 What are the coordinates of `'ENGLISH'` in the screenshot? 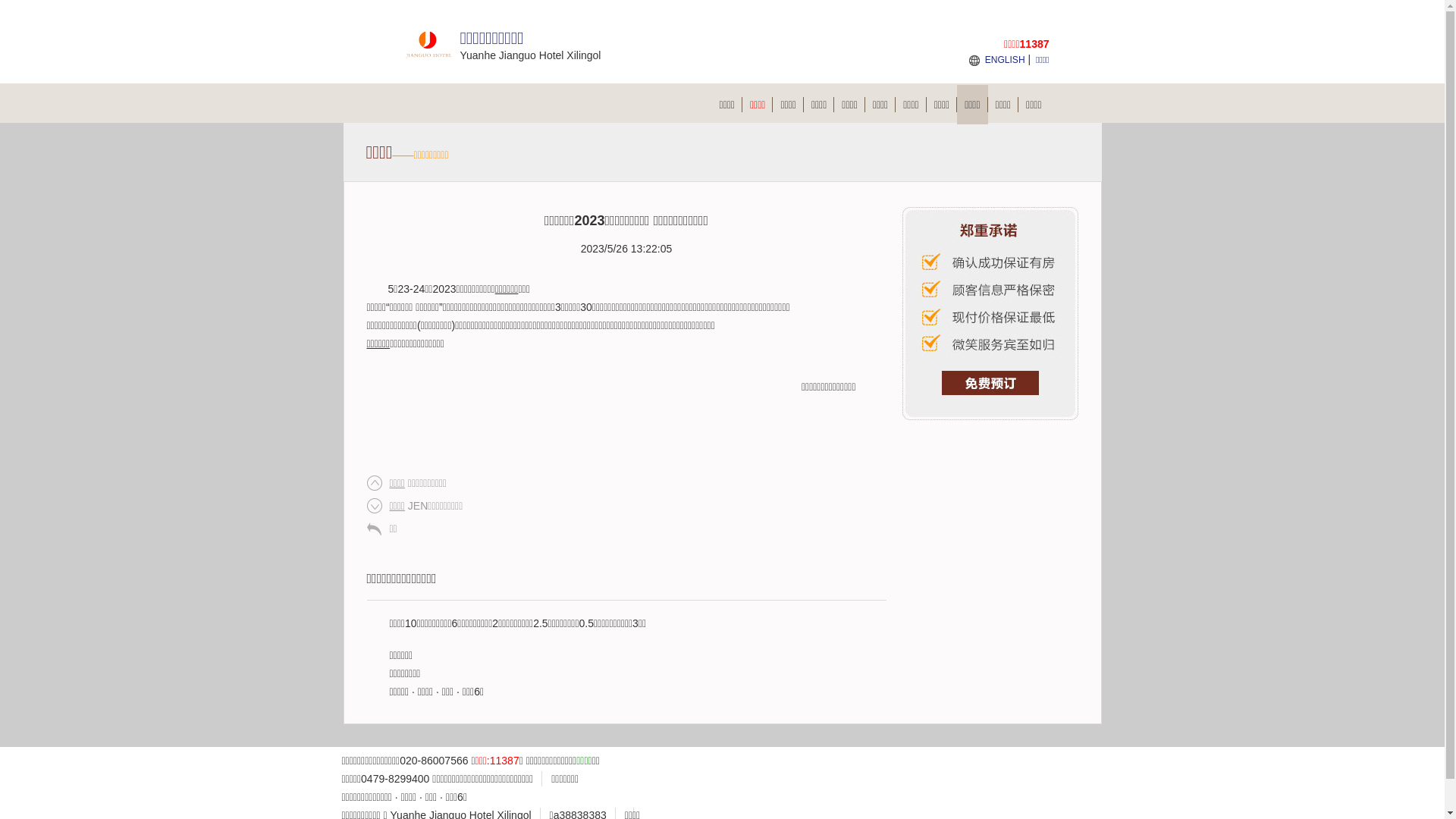 It's located at (1005, 58).